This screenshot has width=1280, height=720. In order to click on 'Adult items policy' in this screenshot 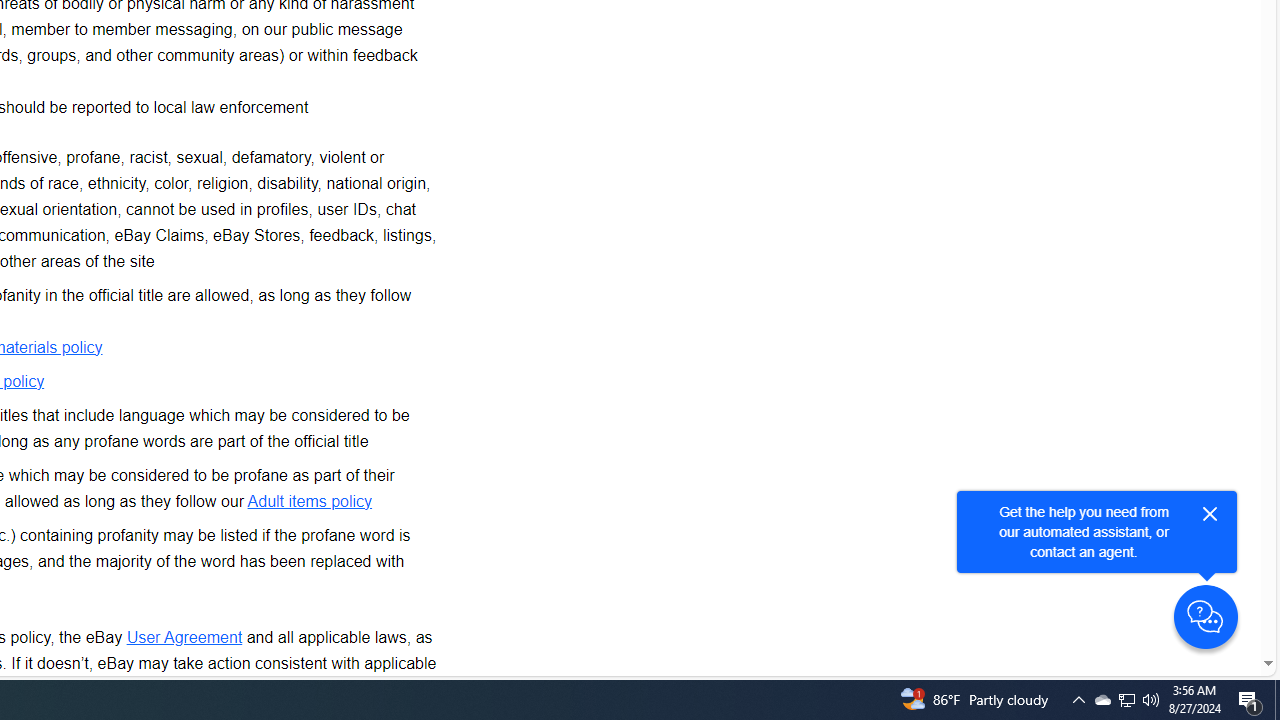, I will do `click(308, 499)`.